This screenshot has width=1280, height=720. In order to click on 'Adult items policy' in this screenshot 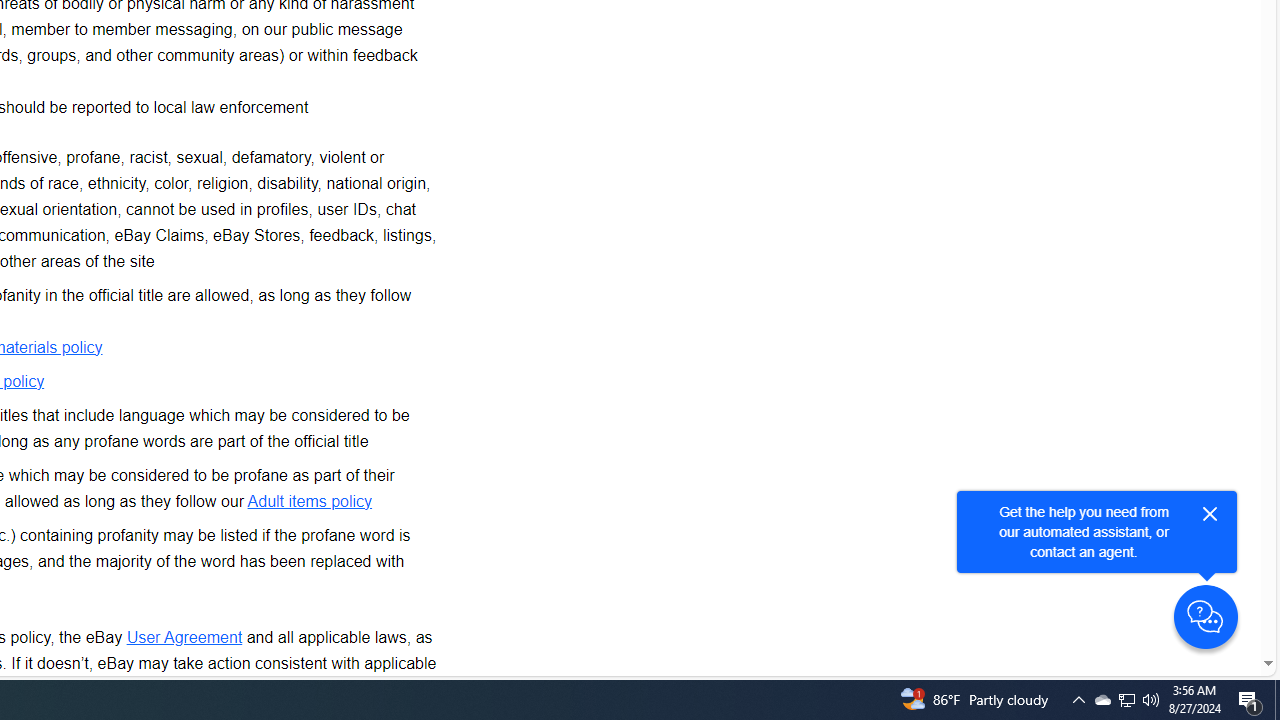, I will do `click(308, 499)`.